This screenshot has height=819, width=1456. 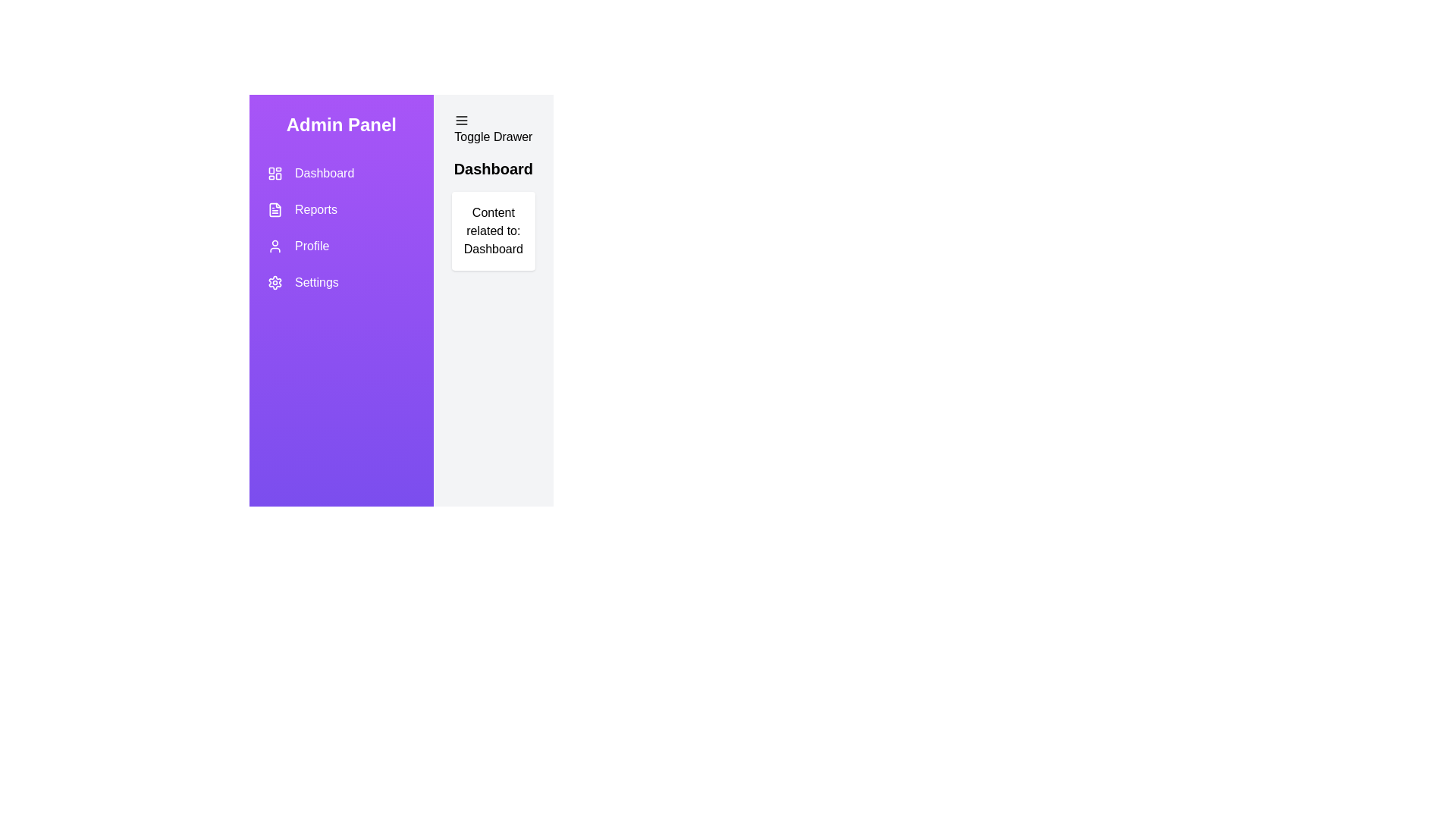 I want to click on the Dashboard section from the navigation menu, so click(x=340, y=172).